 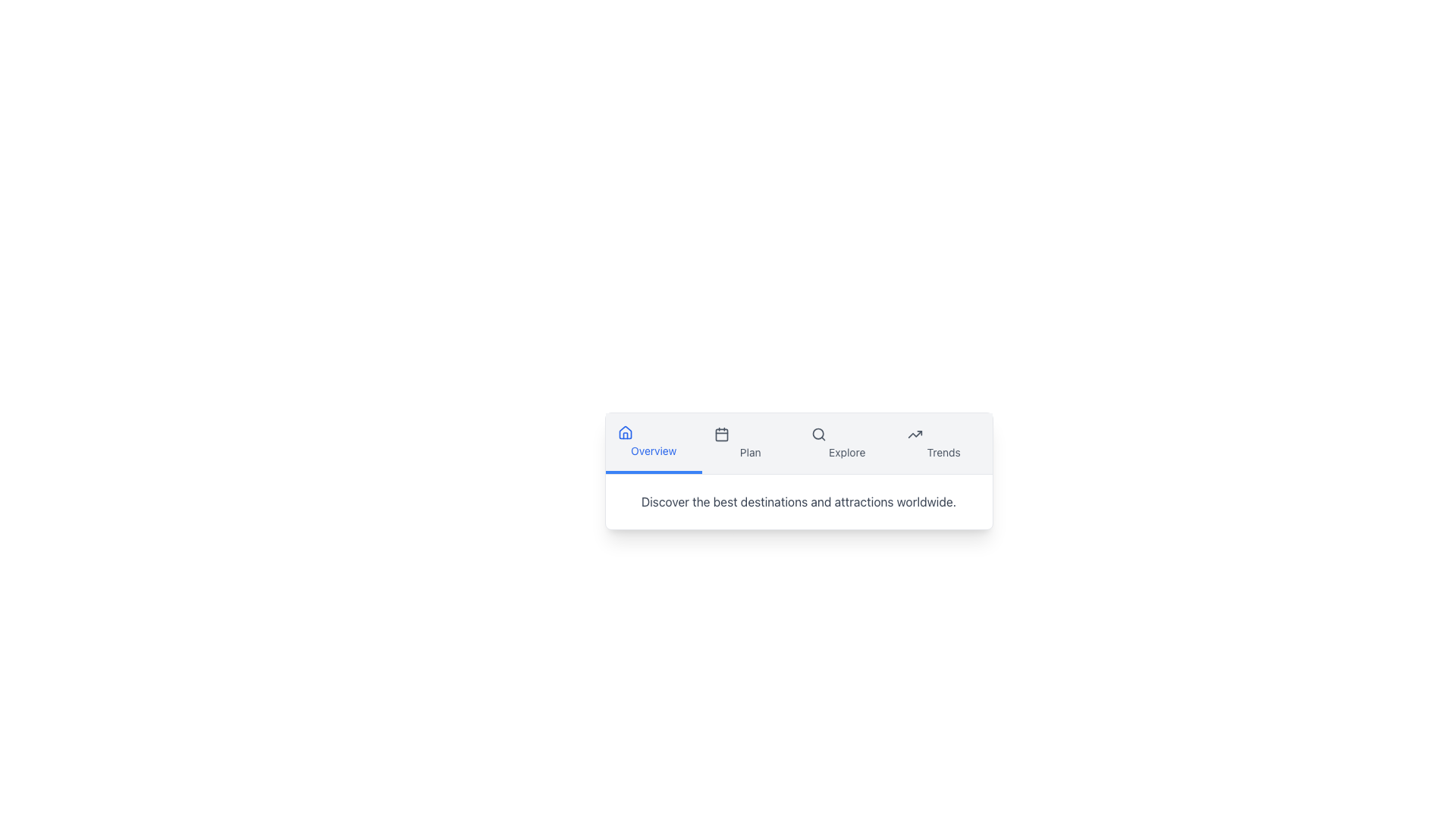 I want to click on the label for the navigation button that directs users to the 'Overview' section of the application, located beneath the house icon in the horizontal navigation bar at the top of the UI, so click(x=654, y=450).